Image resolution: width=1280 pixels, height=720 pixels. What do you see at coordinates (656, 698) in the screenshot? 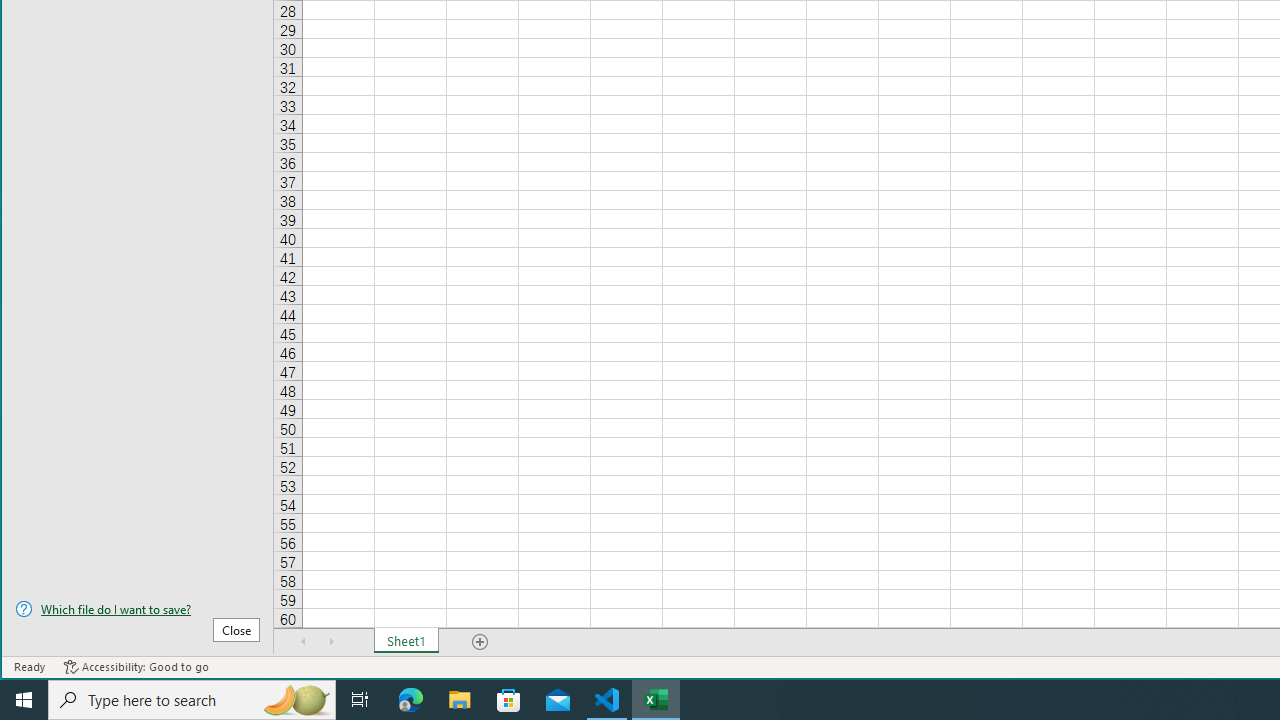
I see `'Excel - 1 running window'` at bounding box center [656, 698].